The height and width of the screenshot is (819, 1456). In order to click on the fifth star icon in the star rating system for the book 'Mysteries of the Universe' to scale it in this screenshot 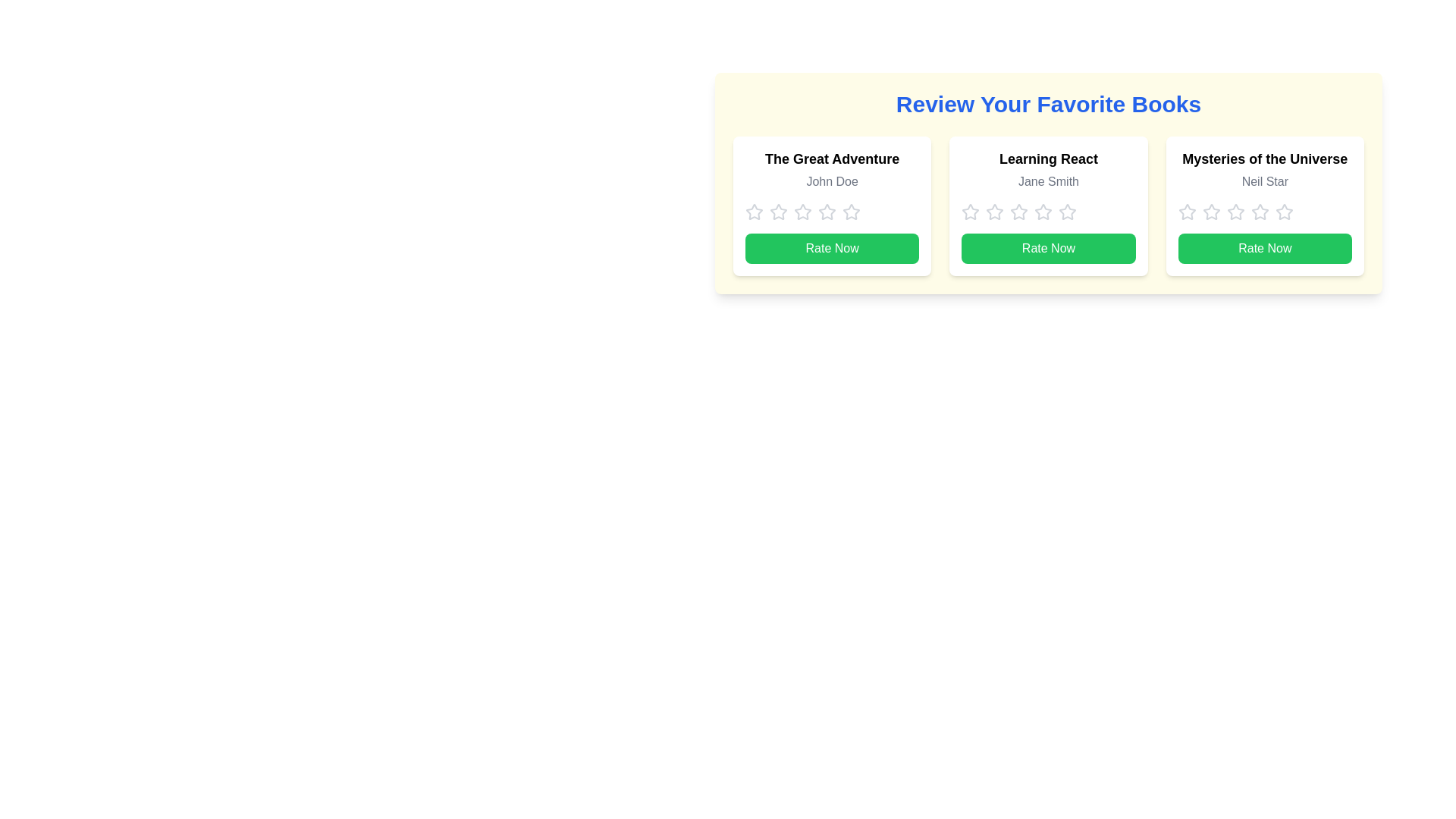, I will do `click(1283, 212)`.